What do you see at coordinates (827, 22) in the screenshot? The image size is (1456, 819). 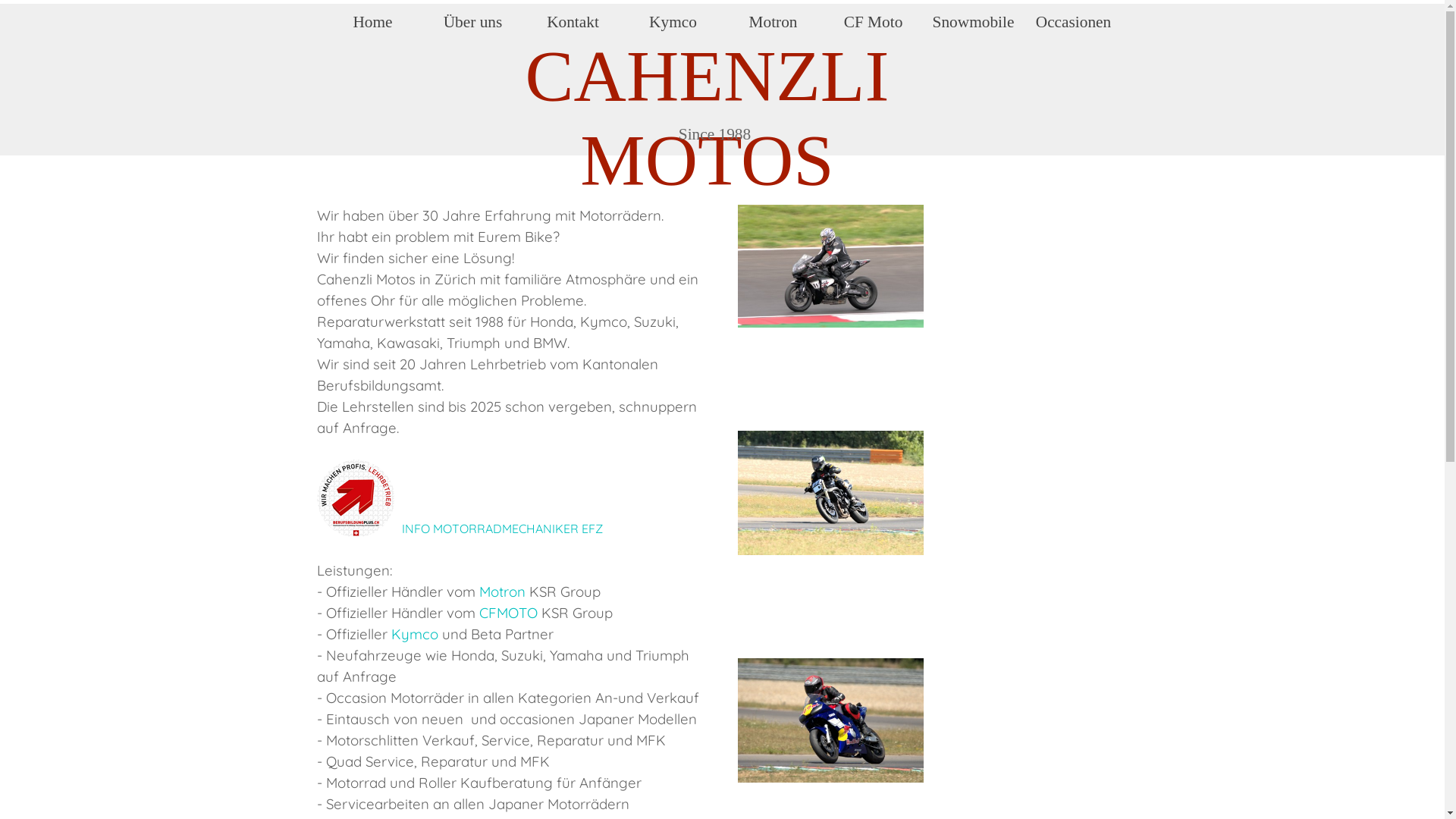 I see `'CF Moto'` at bounding box center [827, 22].